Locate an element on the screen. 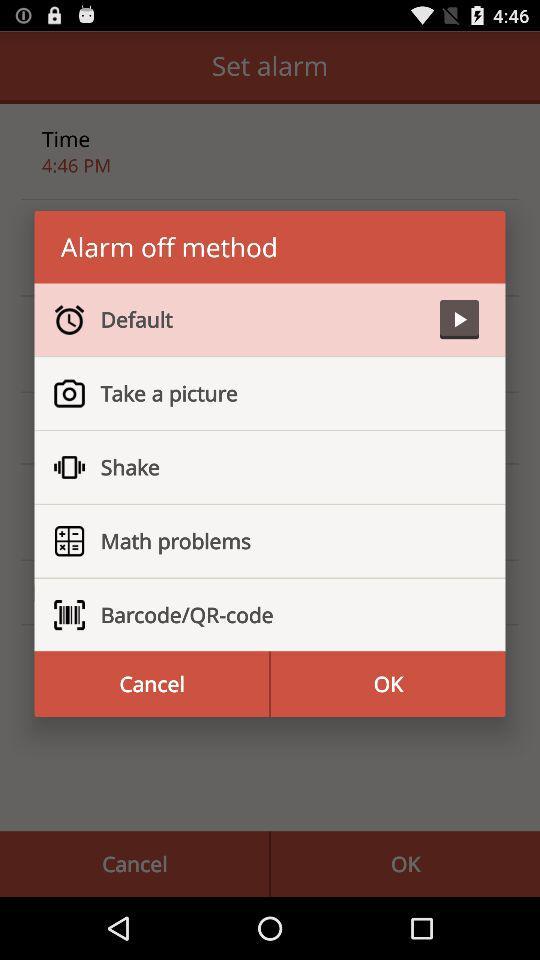 Image resolution: width=540 pixels, height=960 pixels. default options is located at coordinates (459, 319).